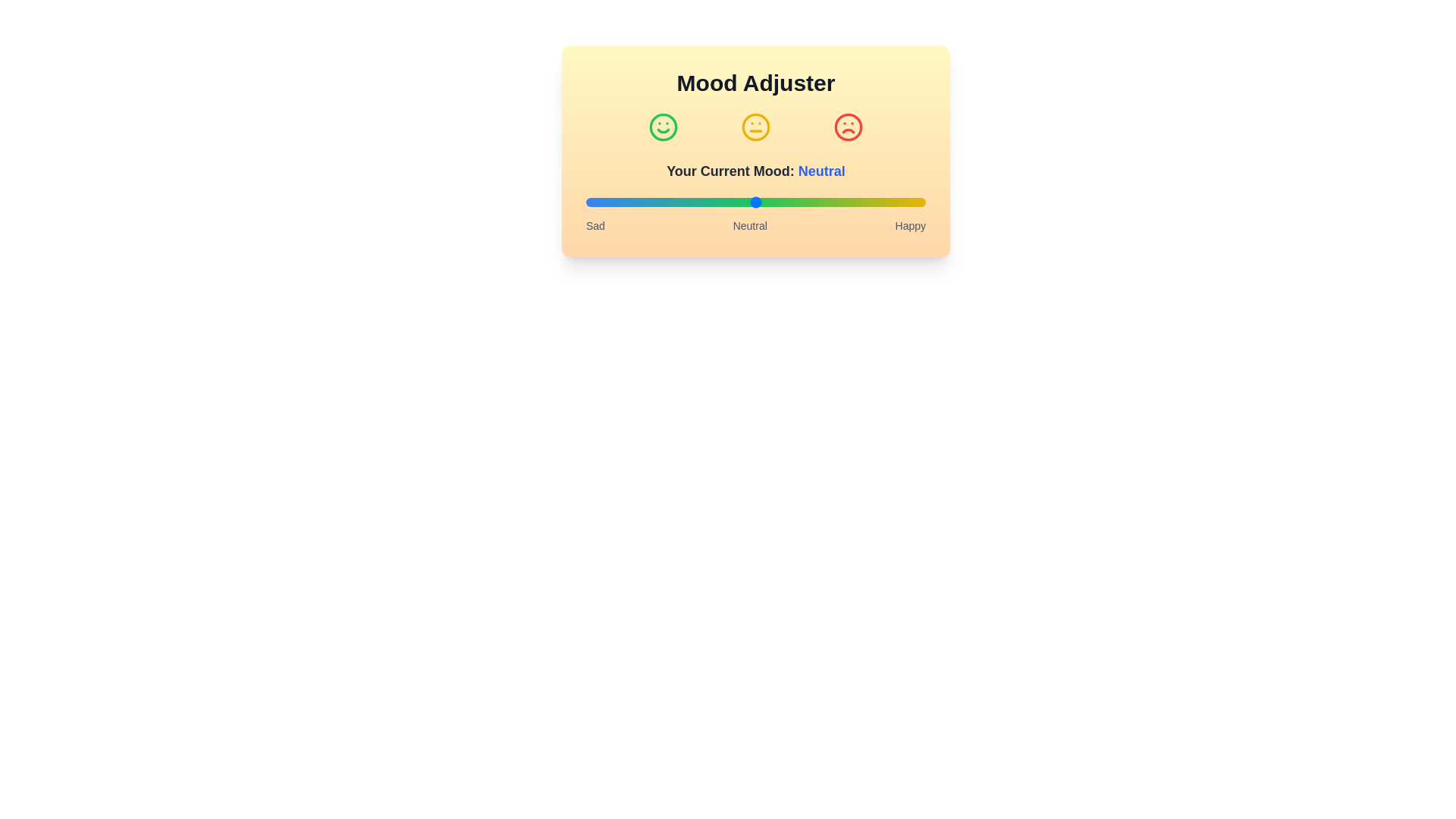 This screenshot has width=1456, height=819. Describe the element at coordinates (827, 201) in the screenshot. I see `the slider to a specific value 71 to observe the mood label change` at that location.